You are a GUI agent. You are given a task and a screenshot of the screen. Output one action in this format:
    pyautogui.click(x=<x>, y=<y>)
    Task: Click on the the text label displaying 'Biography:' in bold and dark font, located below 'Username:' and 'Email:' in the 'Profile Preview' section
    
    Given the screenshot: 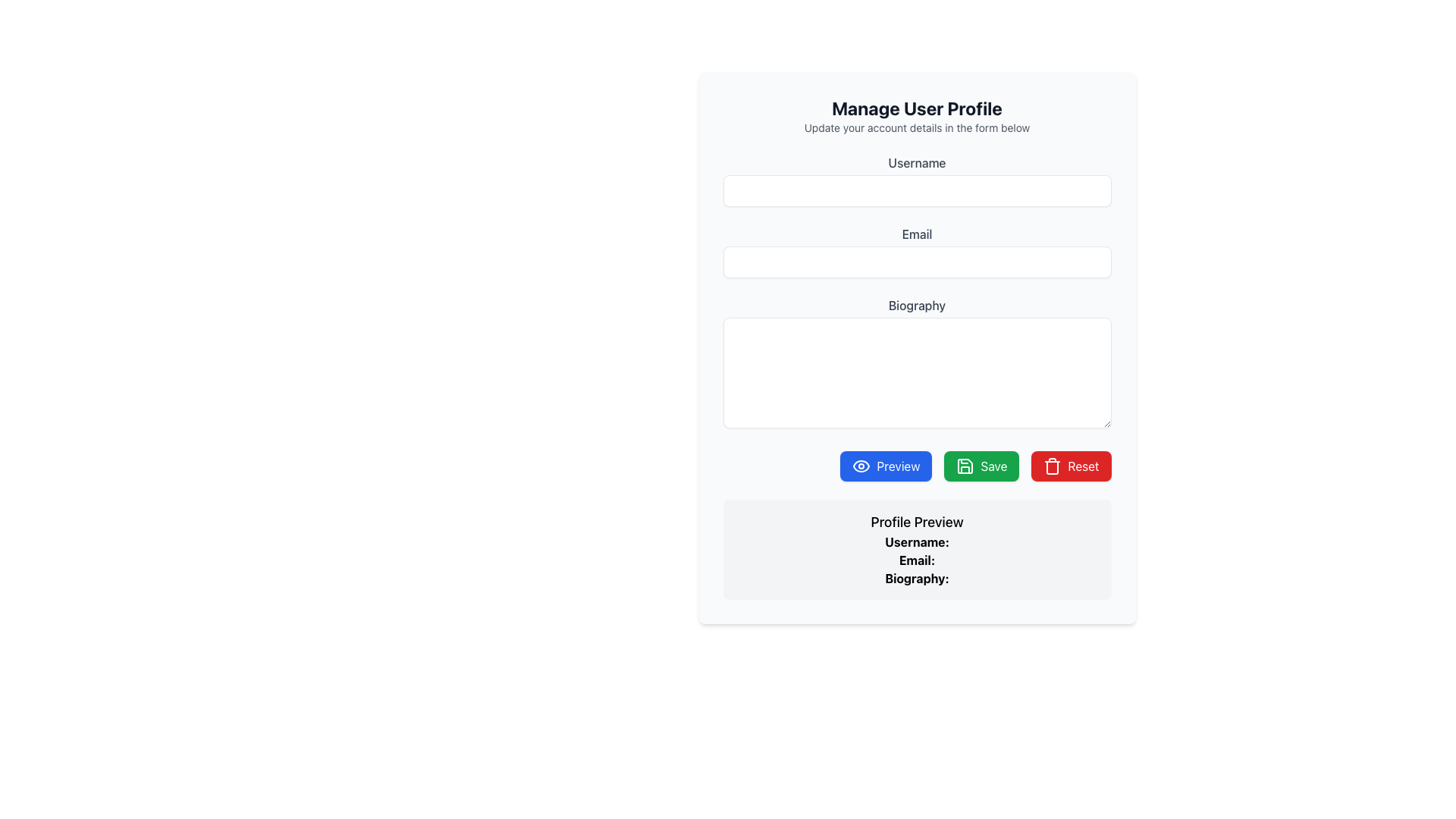 What is the action you would take?
    pyautogui.click(x=916, y=579)
    